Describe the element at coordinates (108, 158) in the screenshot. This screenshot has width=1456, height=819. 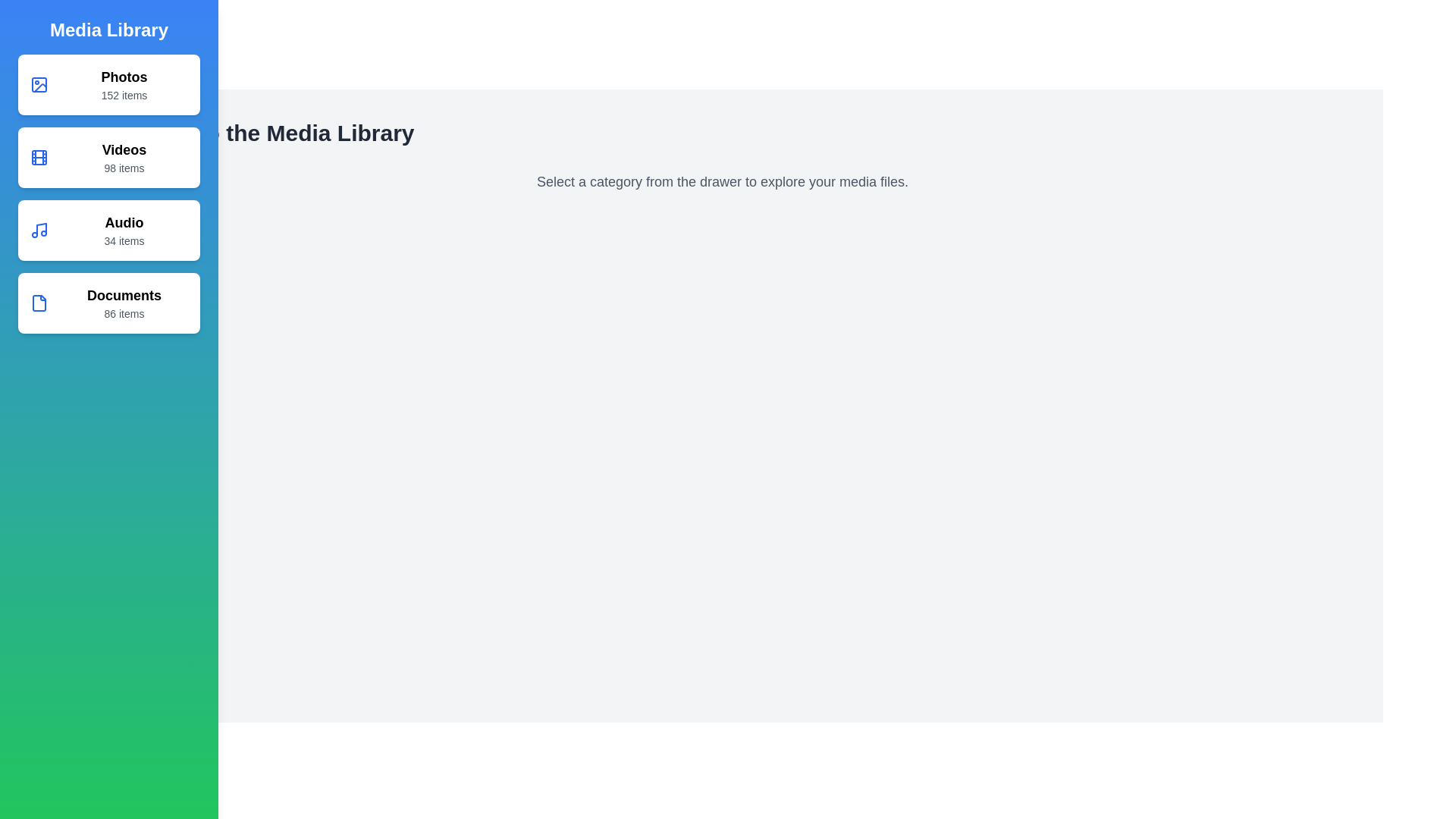
I see `the media category Videos to observe its hover effect` at that location.